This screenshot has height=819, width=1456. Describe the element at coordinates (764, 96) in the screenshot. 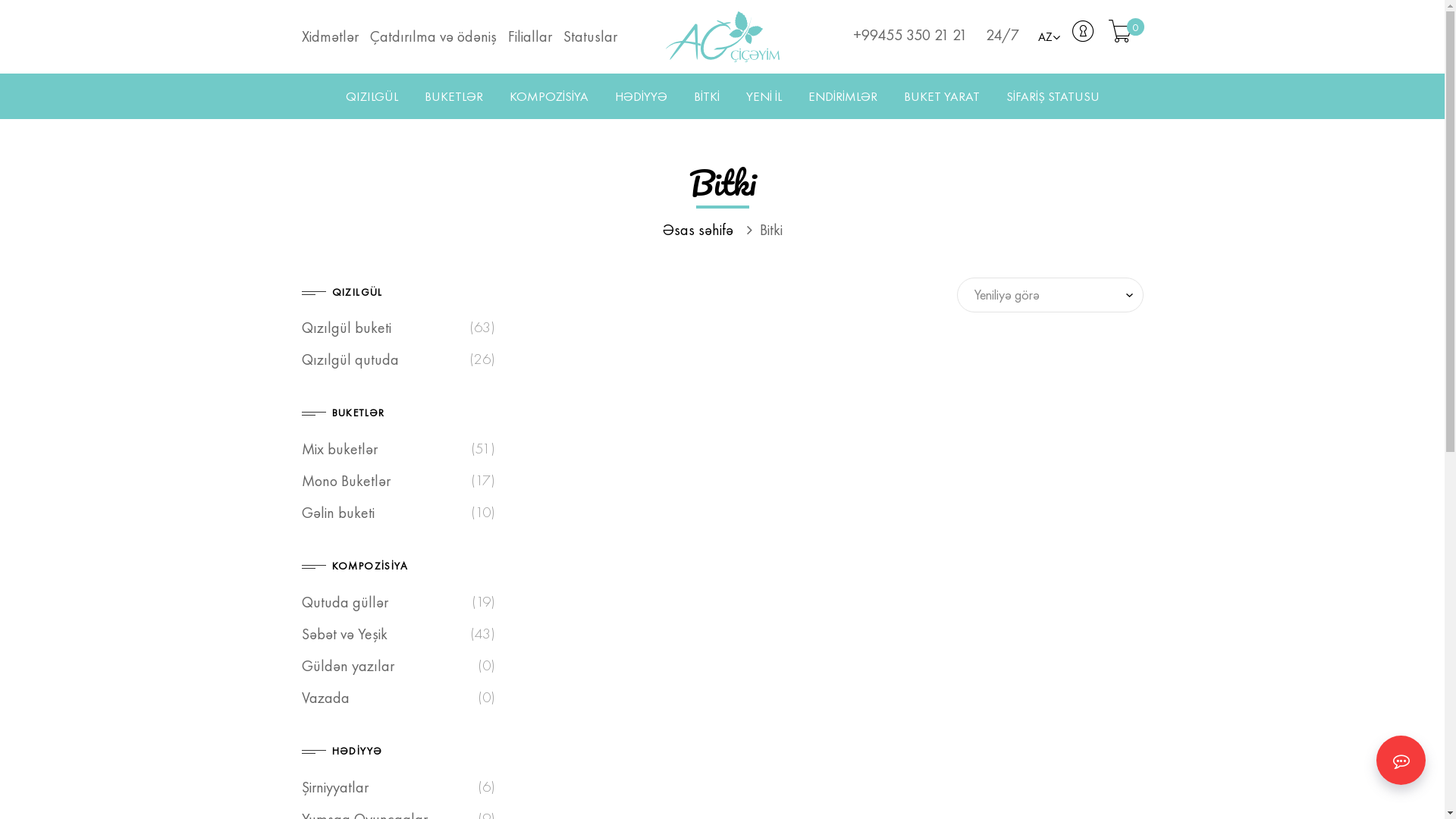

I see `'YENI IL'` at that location.